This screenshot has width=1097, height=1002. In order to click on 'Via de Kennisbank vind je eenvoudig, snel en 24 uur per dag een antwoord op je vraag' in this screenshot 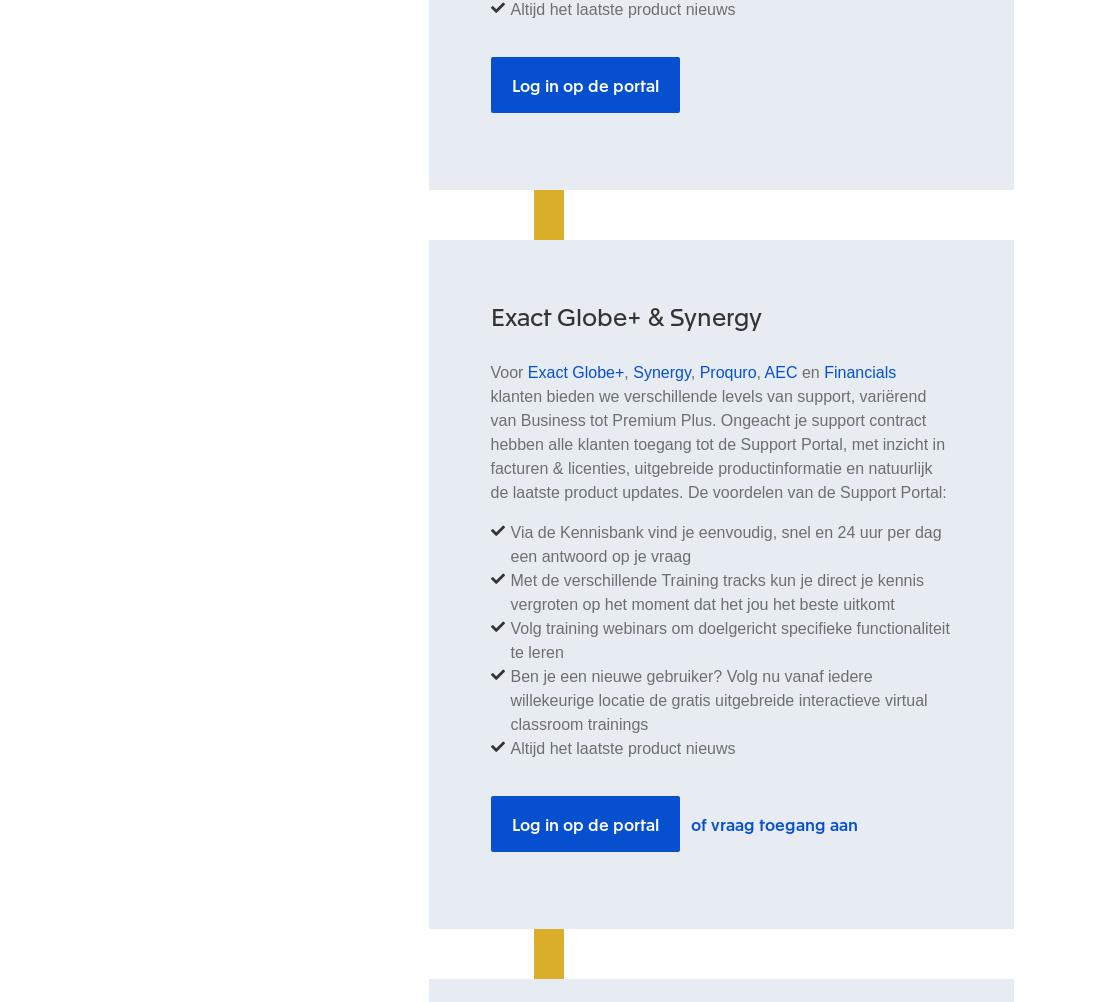, I will do `click(724, 543)`.